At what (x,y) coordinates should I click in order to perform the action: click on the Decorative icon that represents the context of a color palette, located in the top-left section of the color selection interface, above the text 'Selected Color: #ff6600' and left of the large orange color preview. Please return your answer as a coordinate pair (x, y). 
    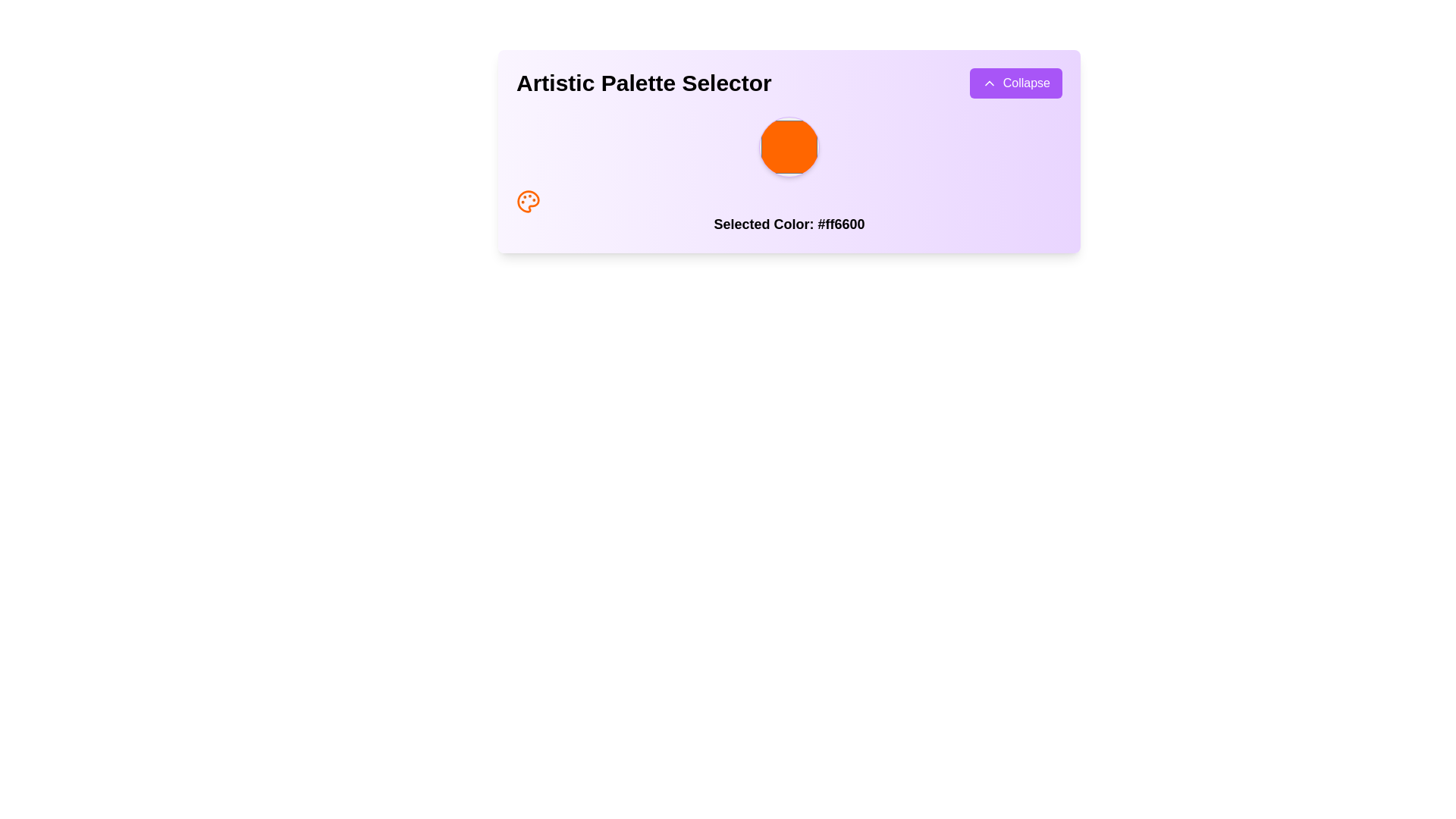
    Looking at the image, I should click on (528, 201).